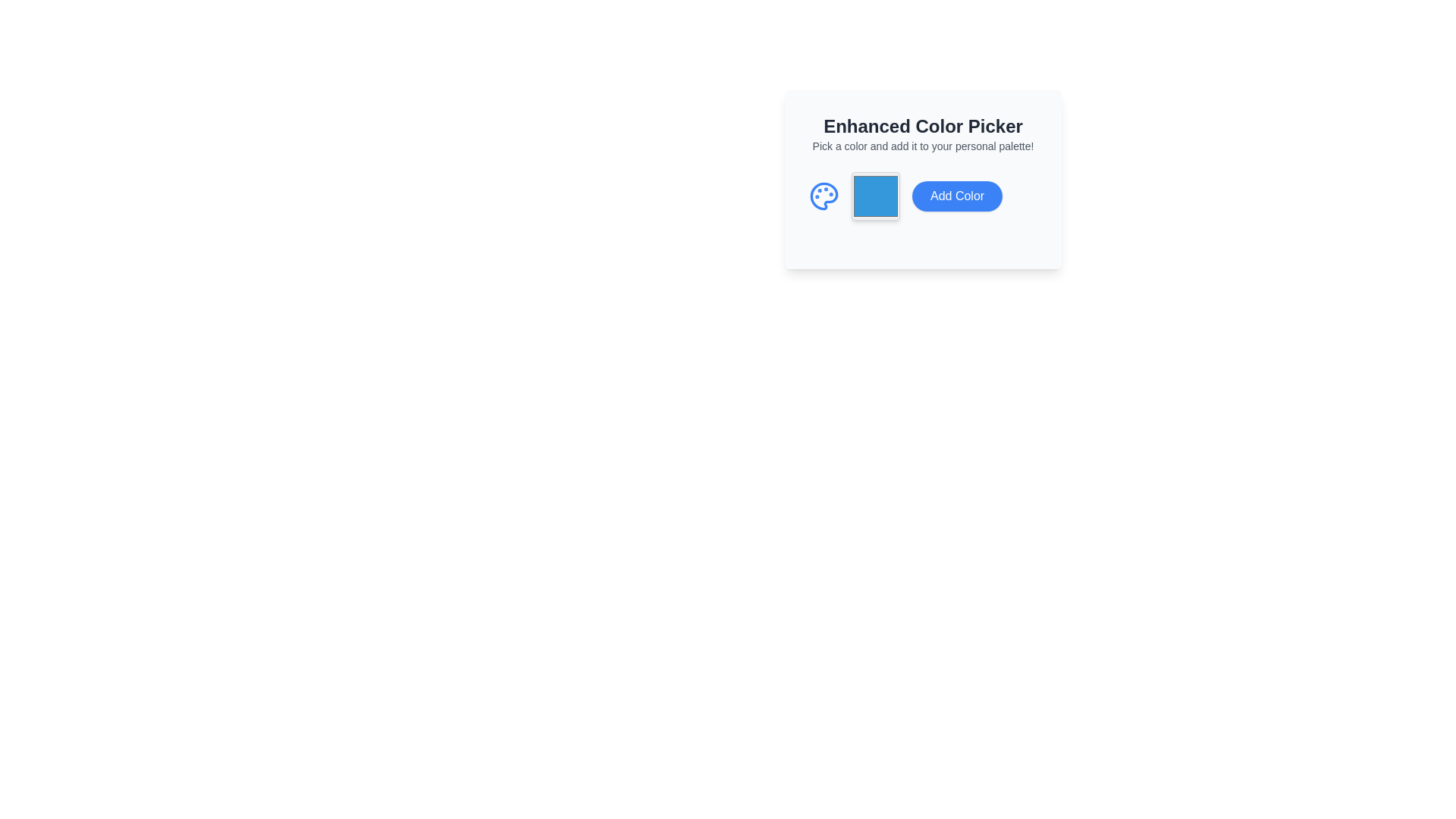  I want to click on the text block titled 'Enhanced Color Picker' which contains the subtitle 'Pick a color and add it to your personal palette!', so click(922, 133).